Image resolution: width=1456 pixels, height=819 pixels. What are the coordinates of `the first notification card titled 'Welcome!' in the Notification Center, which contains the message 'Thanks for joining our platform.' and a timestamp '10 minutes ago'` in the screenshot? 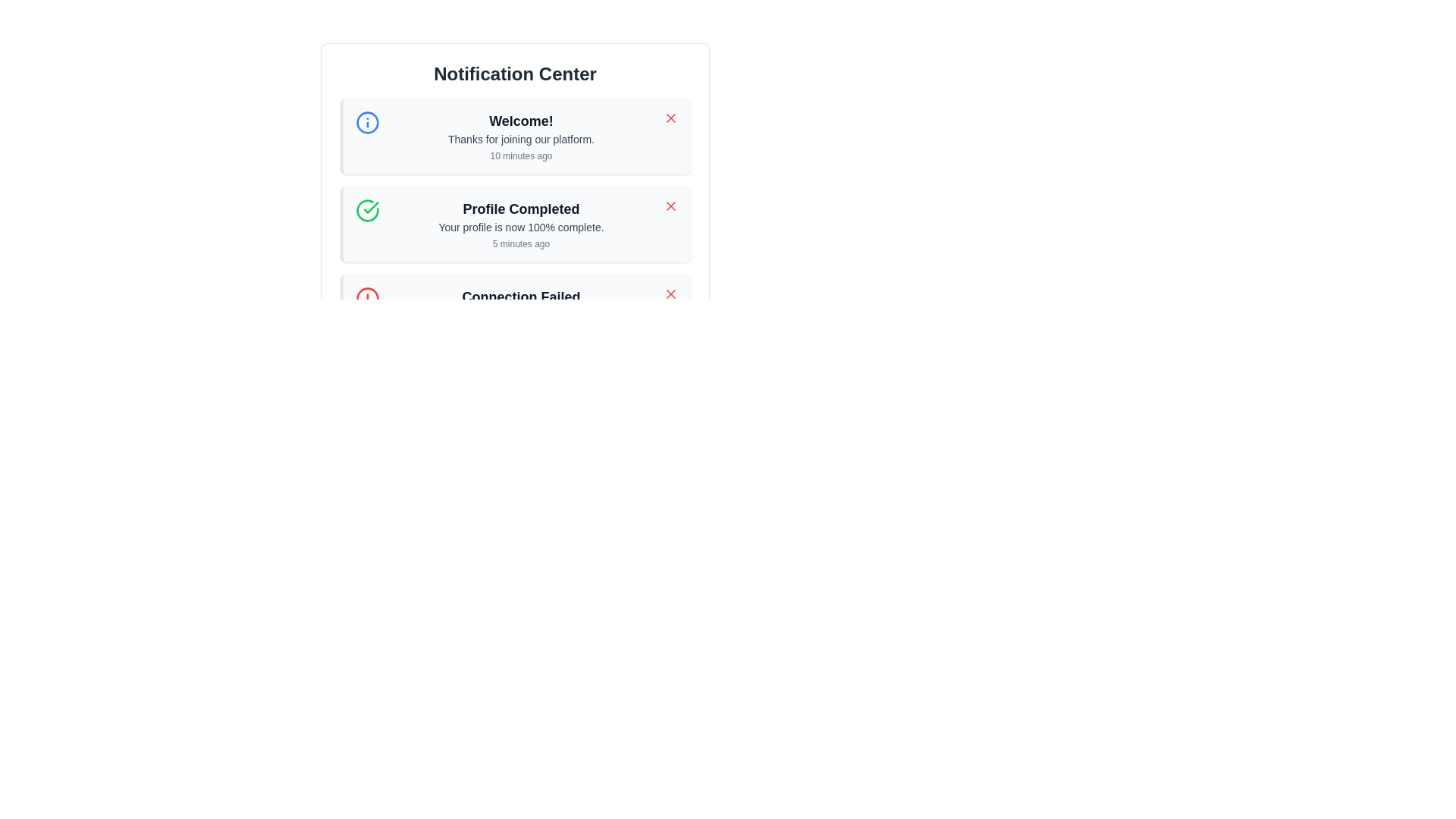 It's located at (515, 149).